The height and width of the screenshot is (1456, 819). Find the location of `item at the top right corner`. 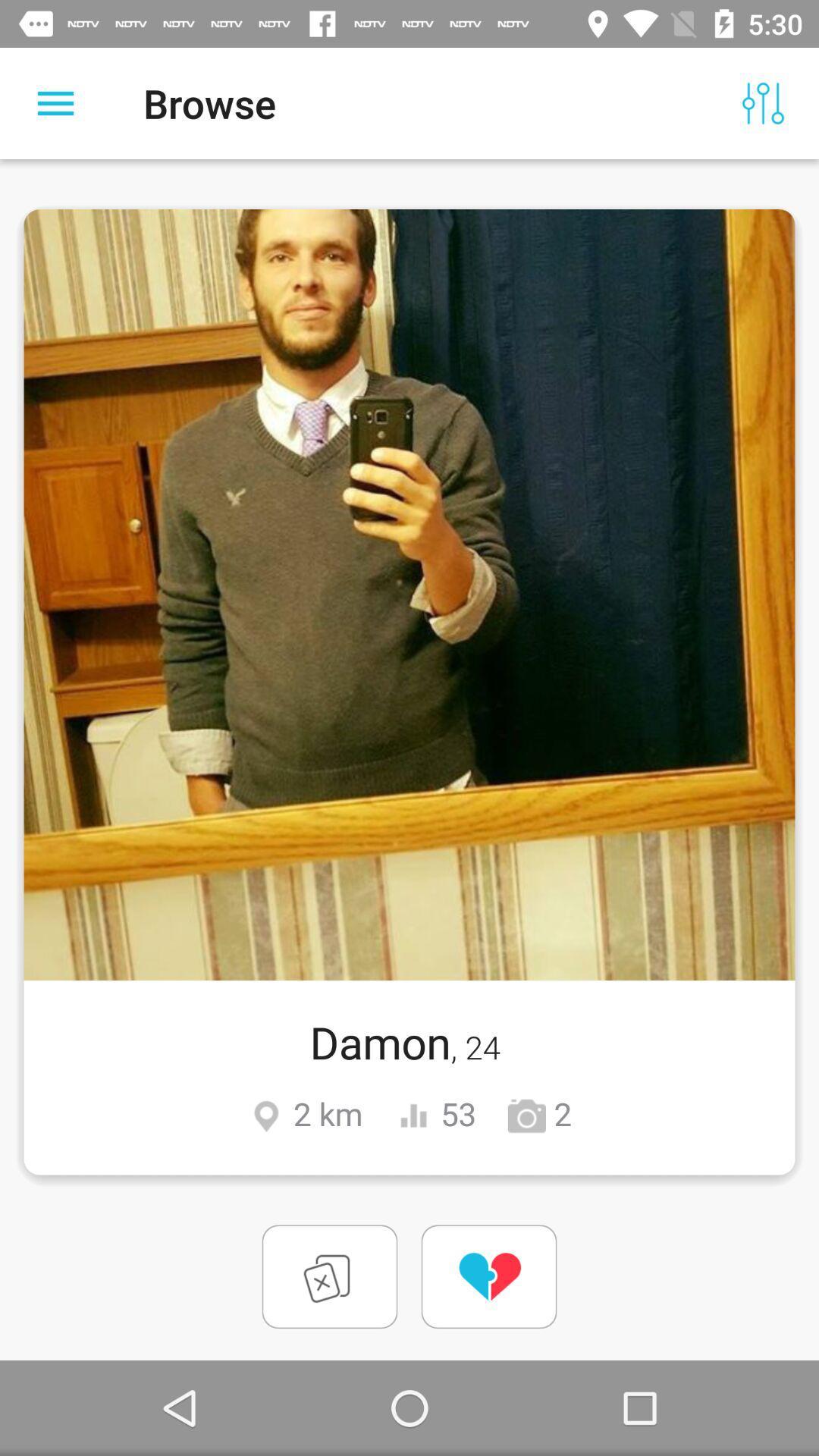

item at the top right corner is located at coordinates (763, 102).